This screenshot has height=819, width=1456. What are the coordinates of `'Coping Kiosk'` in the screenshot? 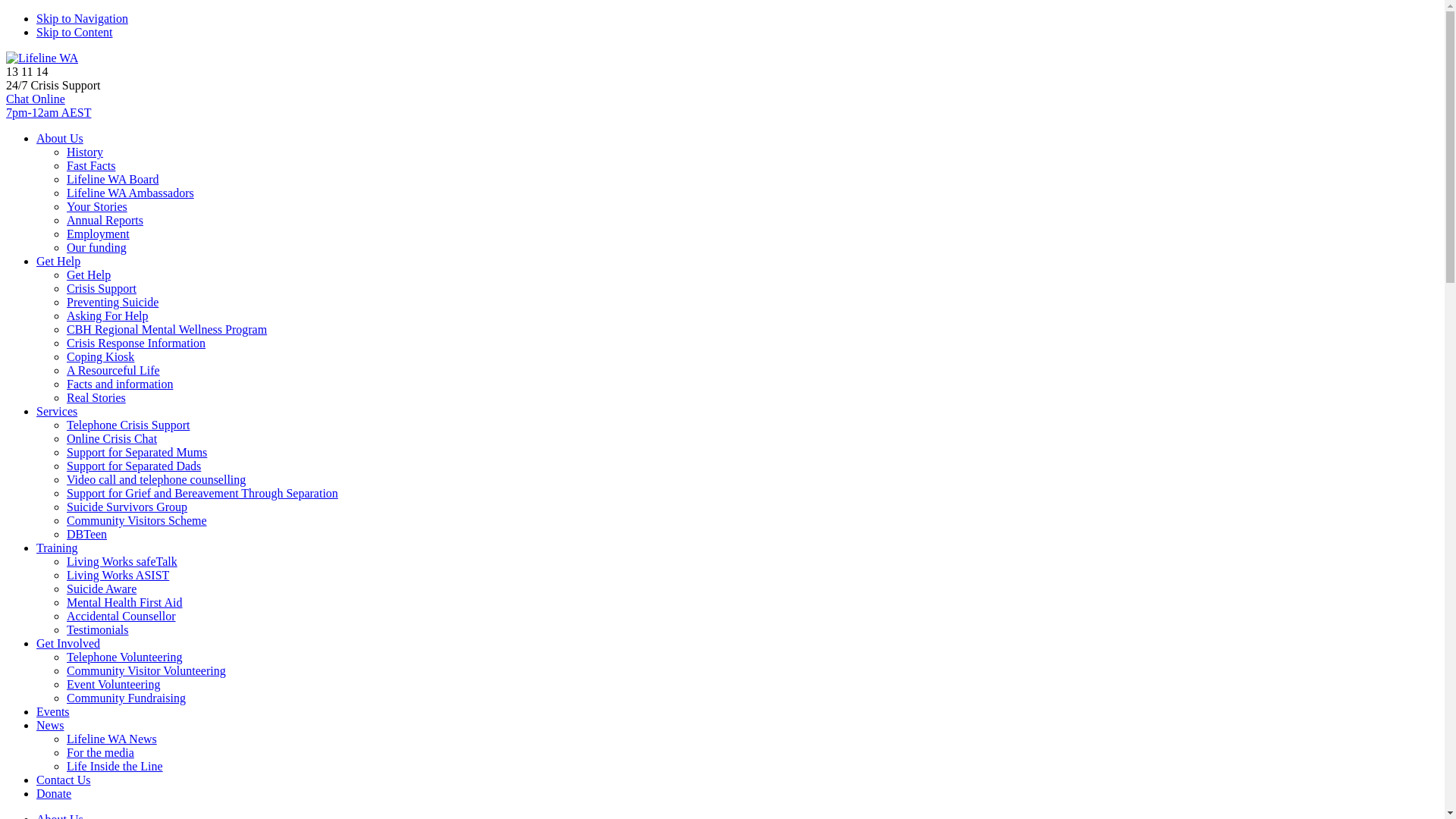 It's located at (99, 356).